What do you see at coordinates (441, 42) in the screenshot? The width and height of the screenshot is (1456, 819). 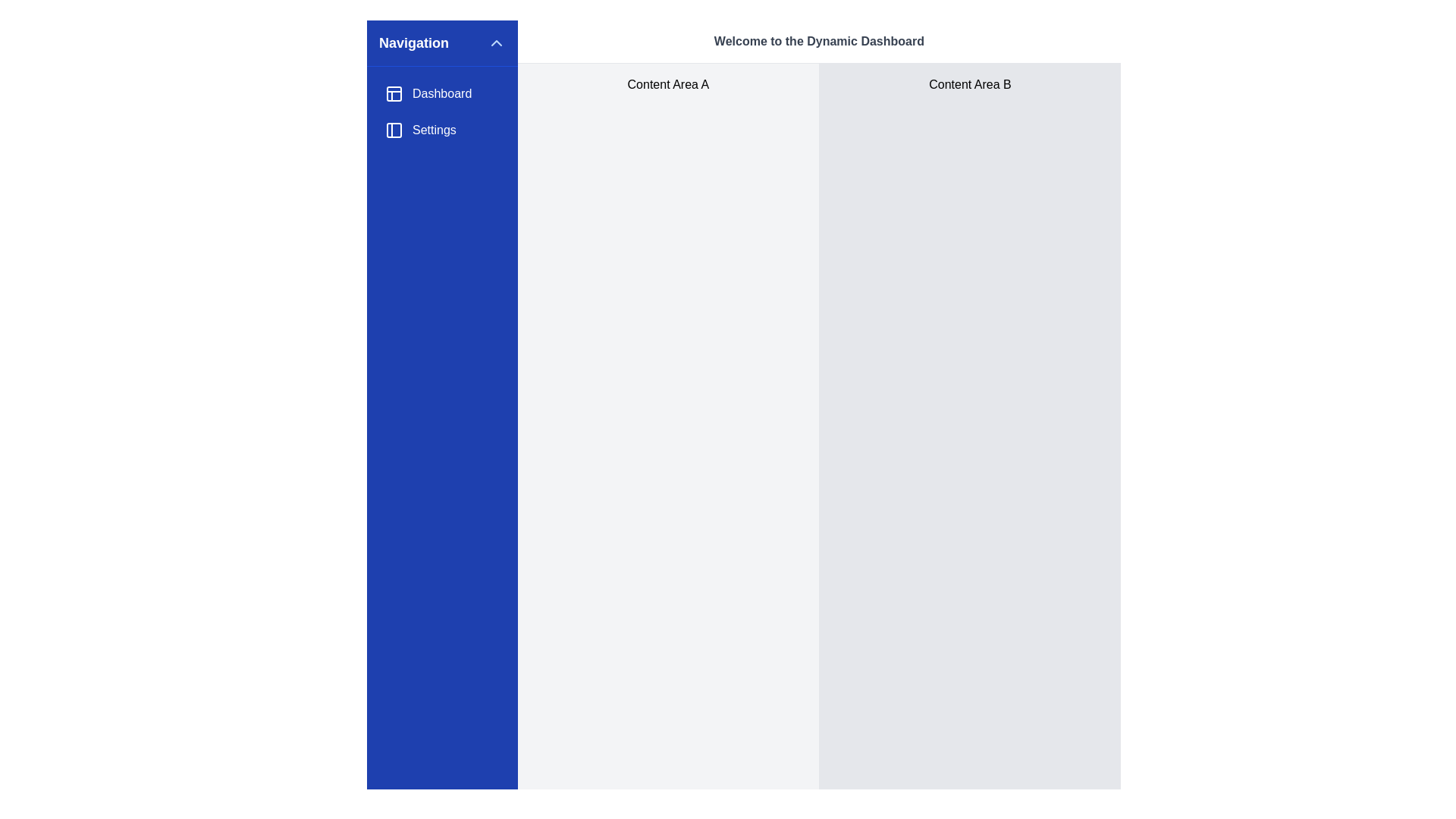 I see `the content of the Header section located at the top of the blue sidebar, which serves as the title for the sidebar navigation menu` at bounding box center [441, 42].